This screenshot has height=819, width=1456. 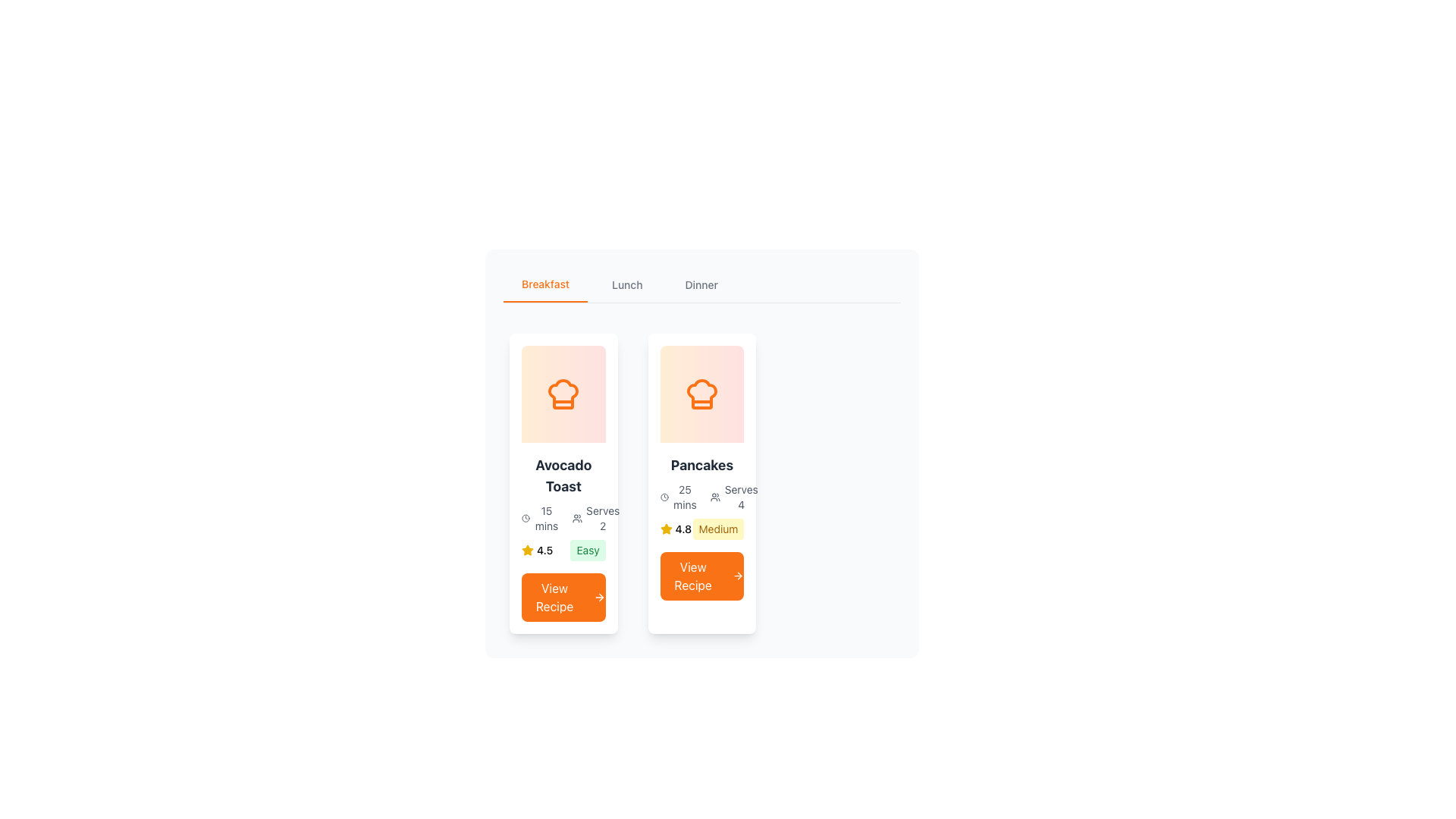 I want to click on the recipe title text label, so click(x=701, y=464).